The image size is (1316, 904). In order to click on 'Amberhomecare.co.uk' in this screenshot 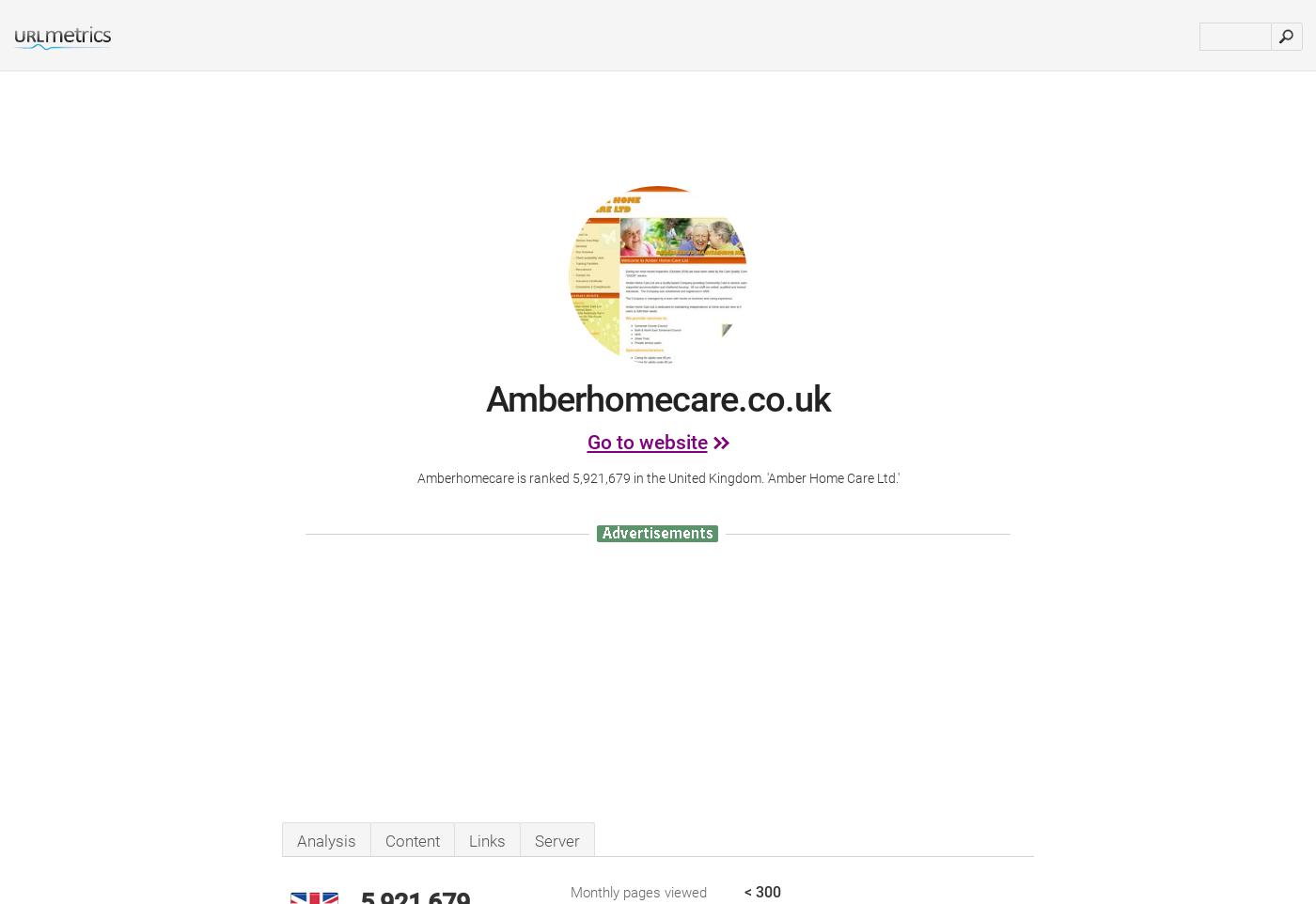, I will do `click(657, 398)`.